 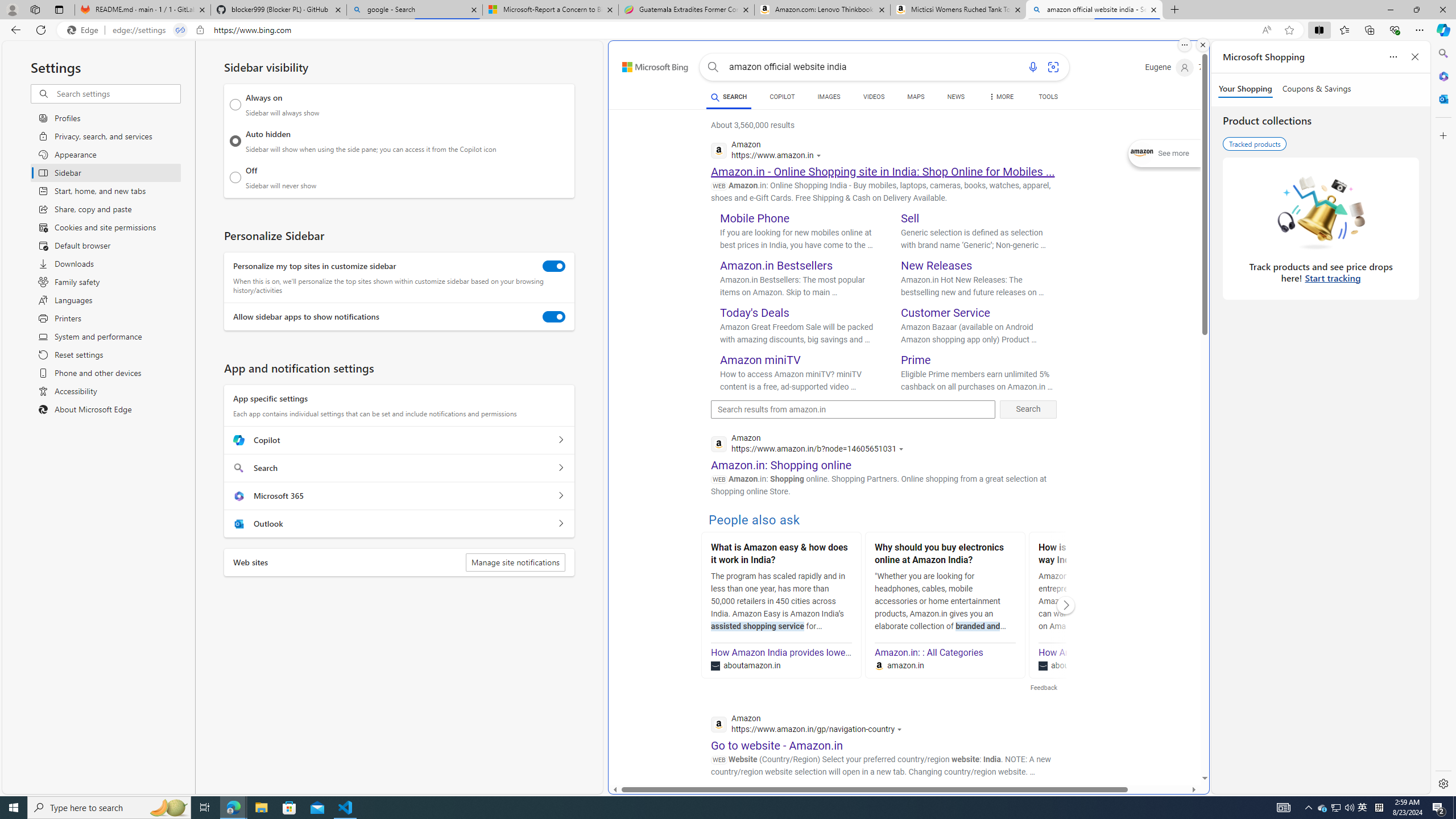 What do you see at coordinates (776, 266) in the screenshot?
I see `'Amazon.in Bestsellers'` at bounding box center [776, 266].